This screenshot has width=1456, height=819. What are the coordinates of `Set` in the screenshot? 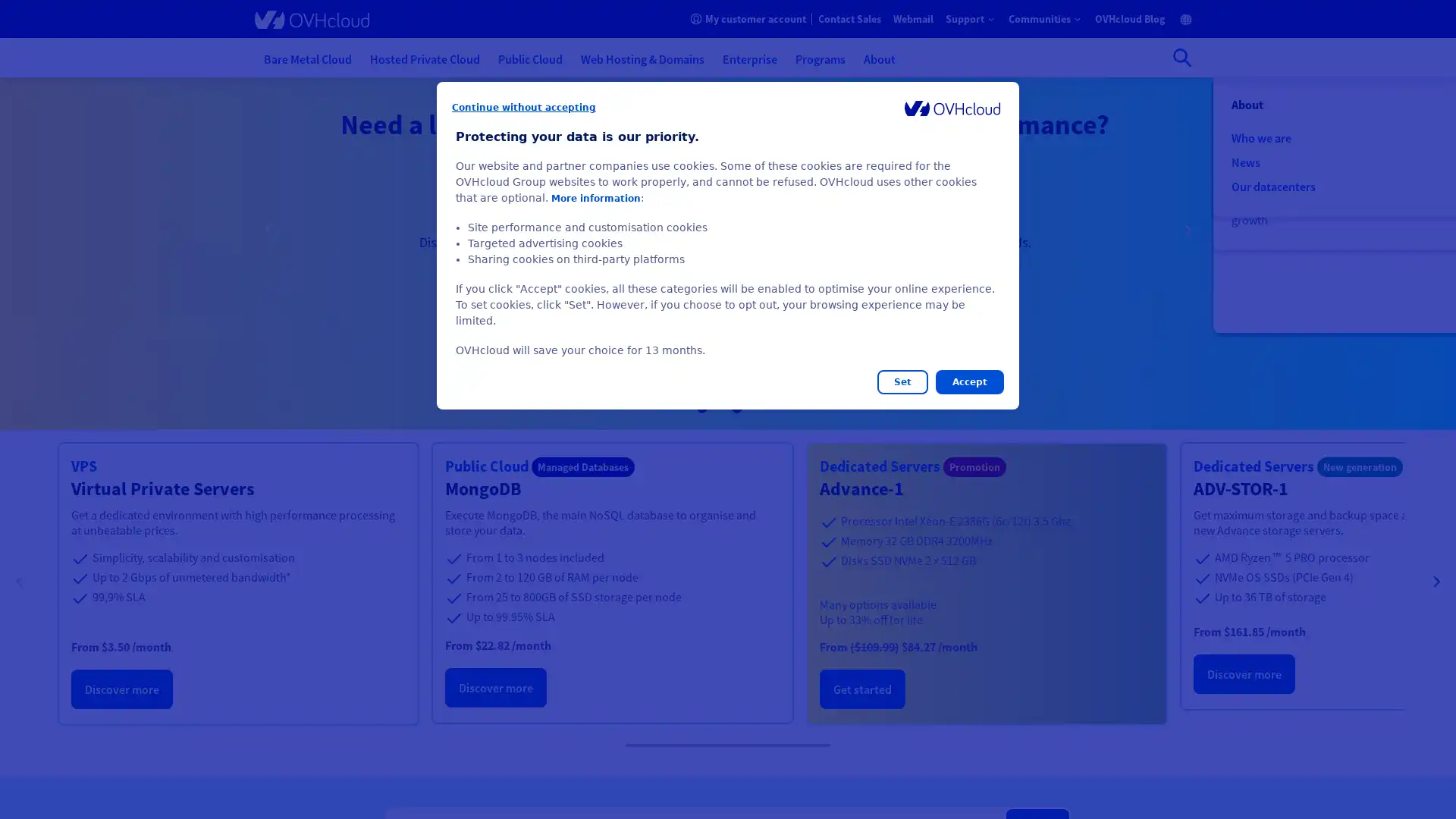 It's located at (902, 381).